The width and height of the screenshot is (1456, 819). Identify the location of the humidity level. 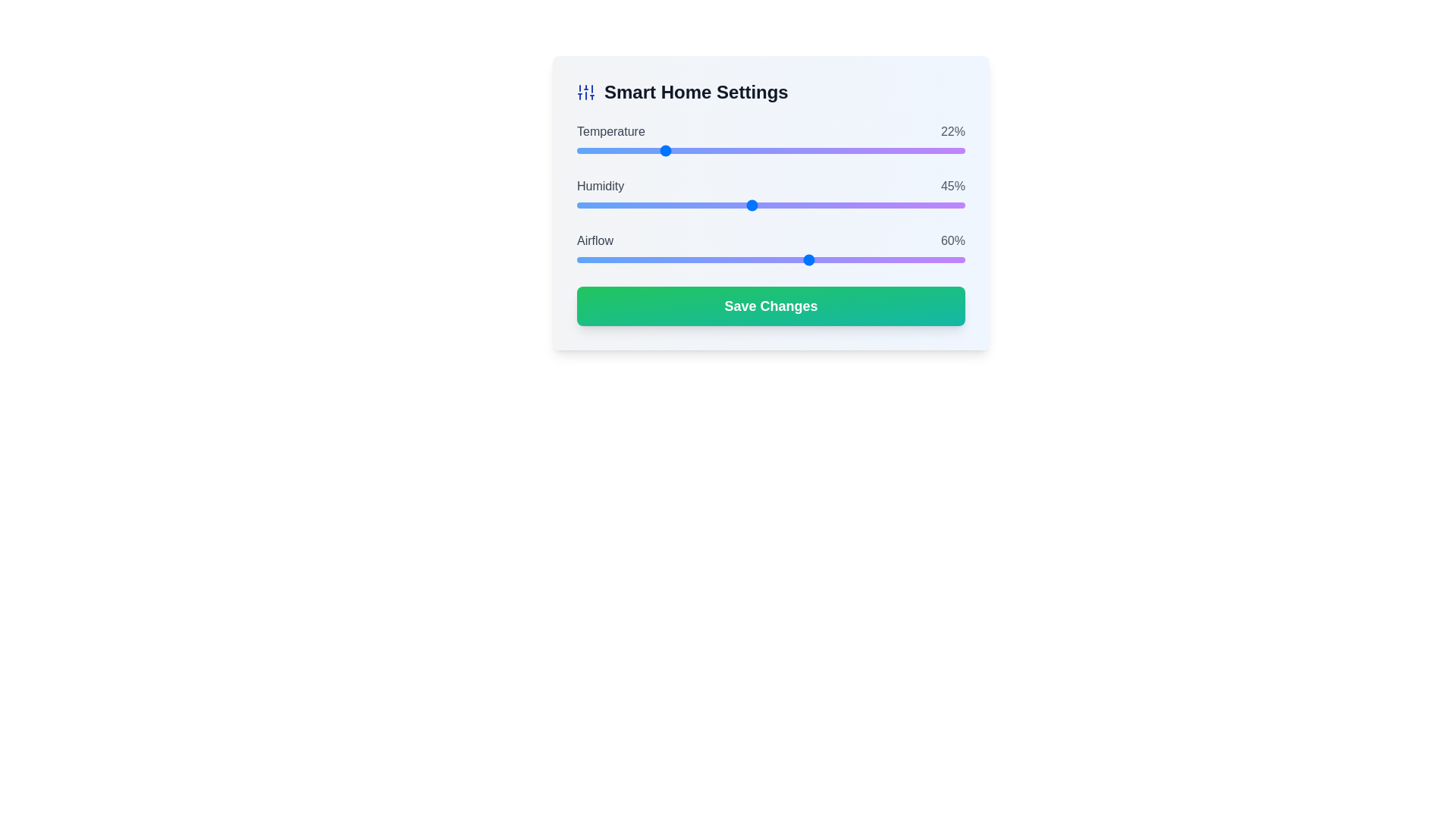
(576, 201).